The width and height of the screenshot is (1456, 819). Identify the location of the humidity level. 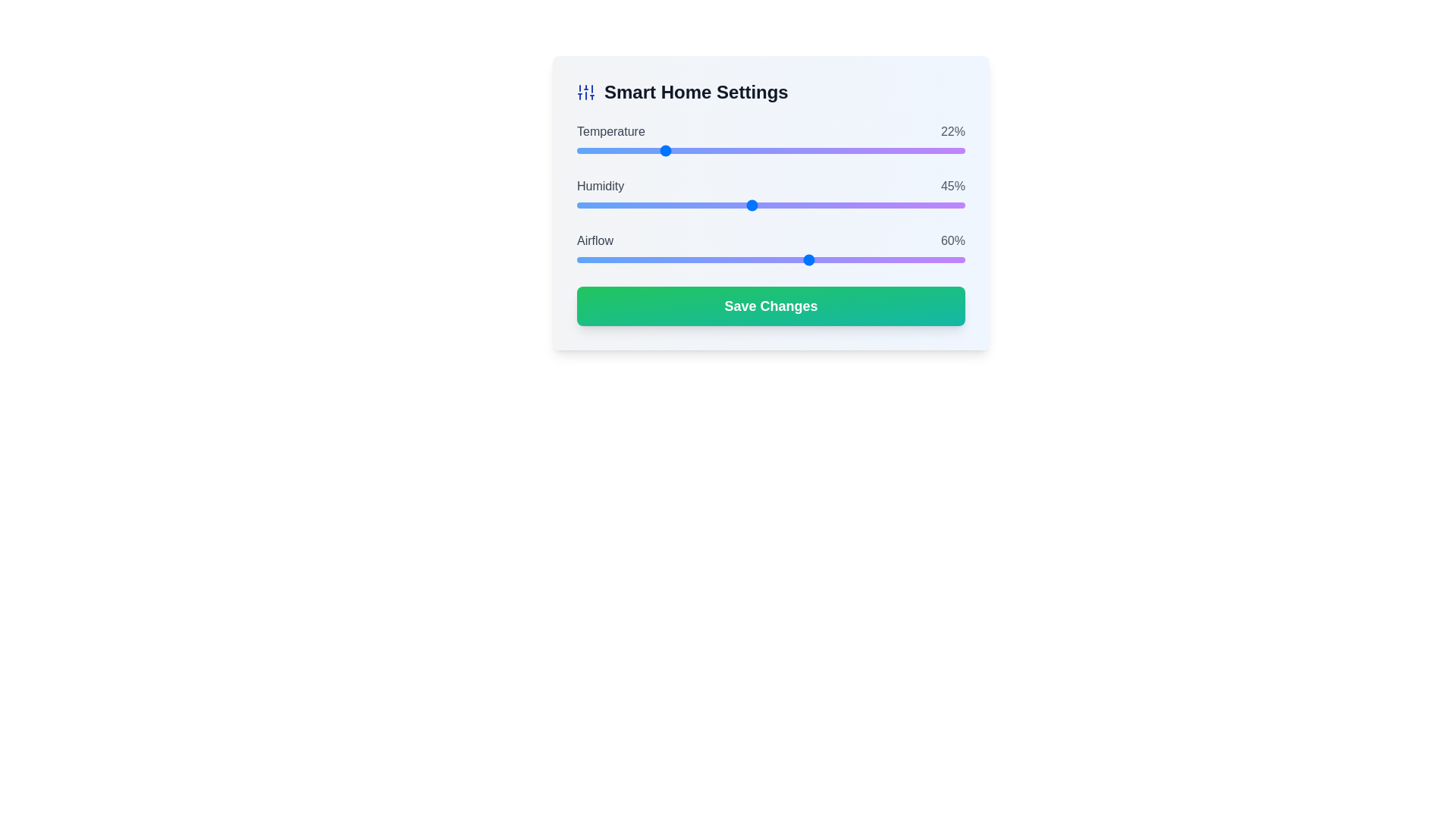
(576, 201).